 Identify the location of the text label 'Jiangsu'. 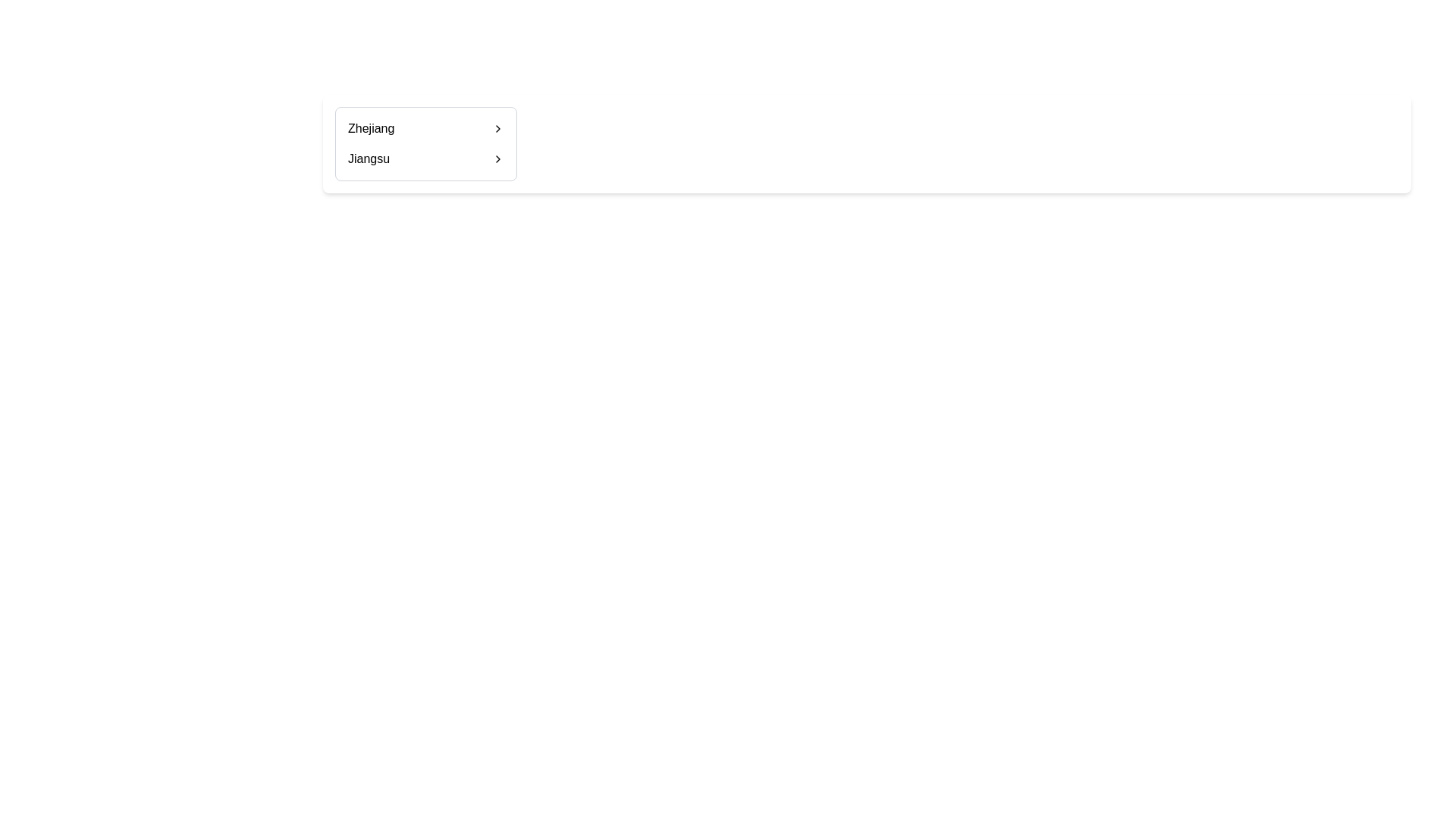
(369, 158).